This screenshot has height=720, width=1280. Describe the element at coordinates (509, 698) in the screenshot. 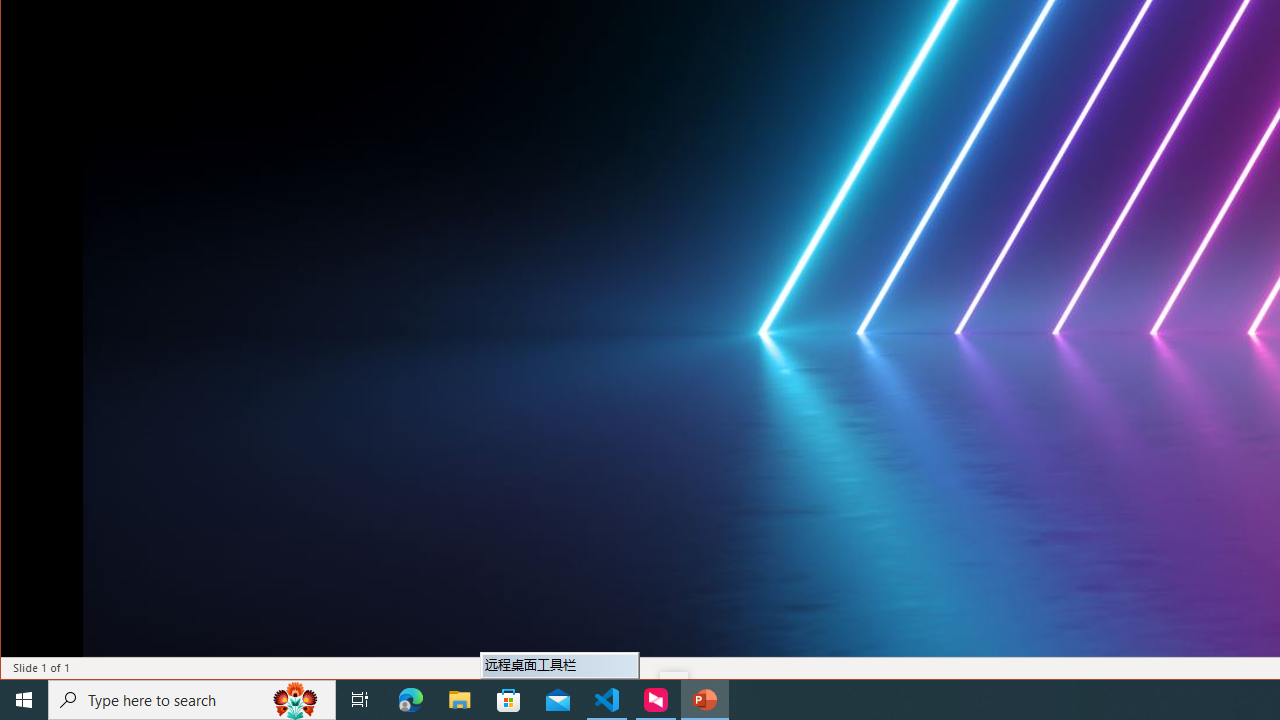

I see `'Microsoft Store'` at that location.